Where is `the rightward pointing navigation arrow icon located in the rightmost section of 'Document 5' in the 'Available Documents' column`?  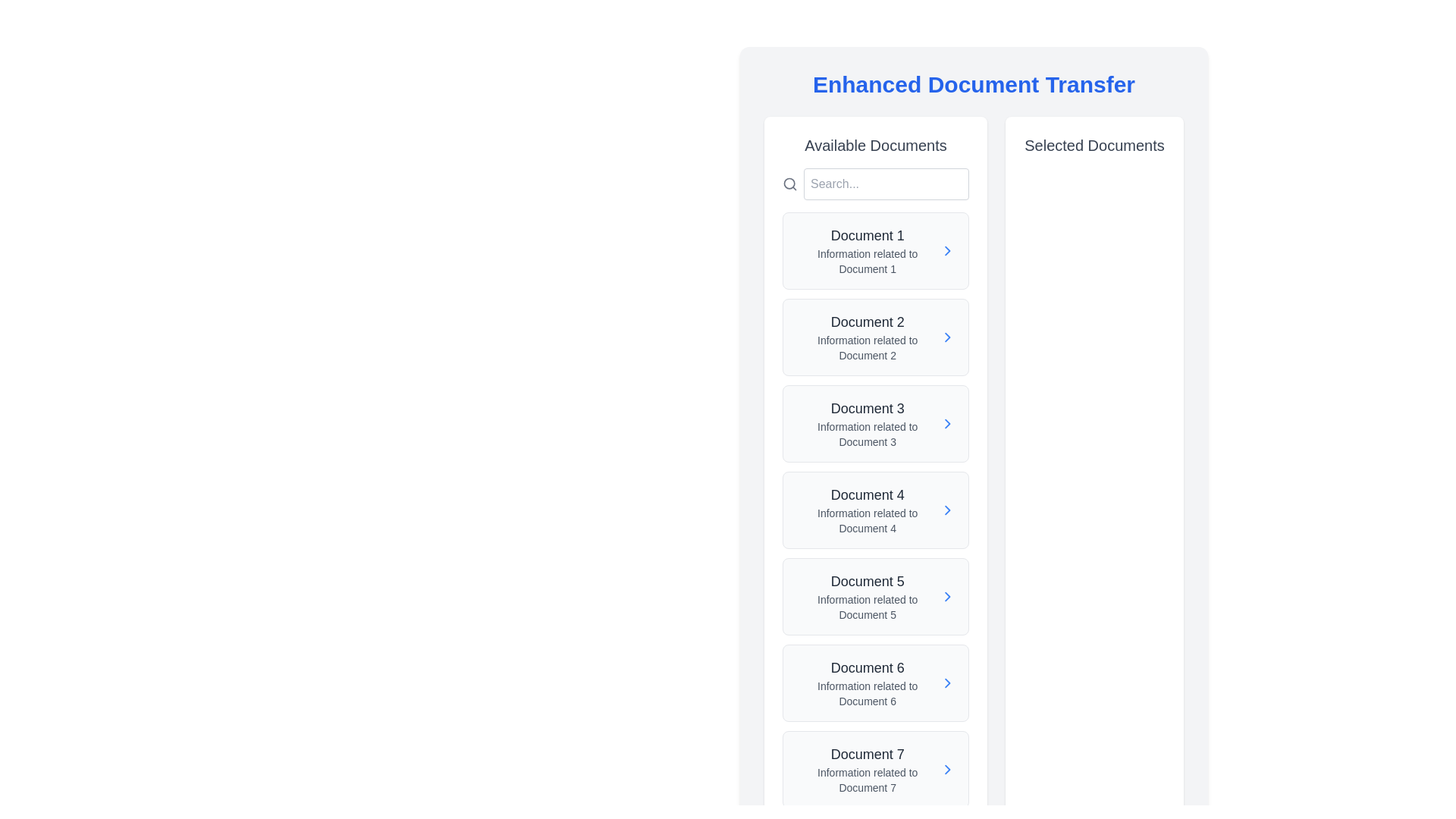 the rightward pointing navigation arrow icon located in the rightmost section of 'Document 5' in the 'Available Documents' column is located at coordinates (946, 595).